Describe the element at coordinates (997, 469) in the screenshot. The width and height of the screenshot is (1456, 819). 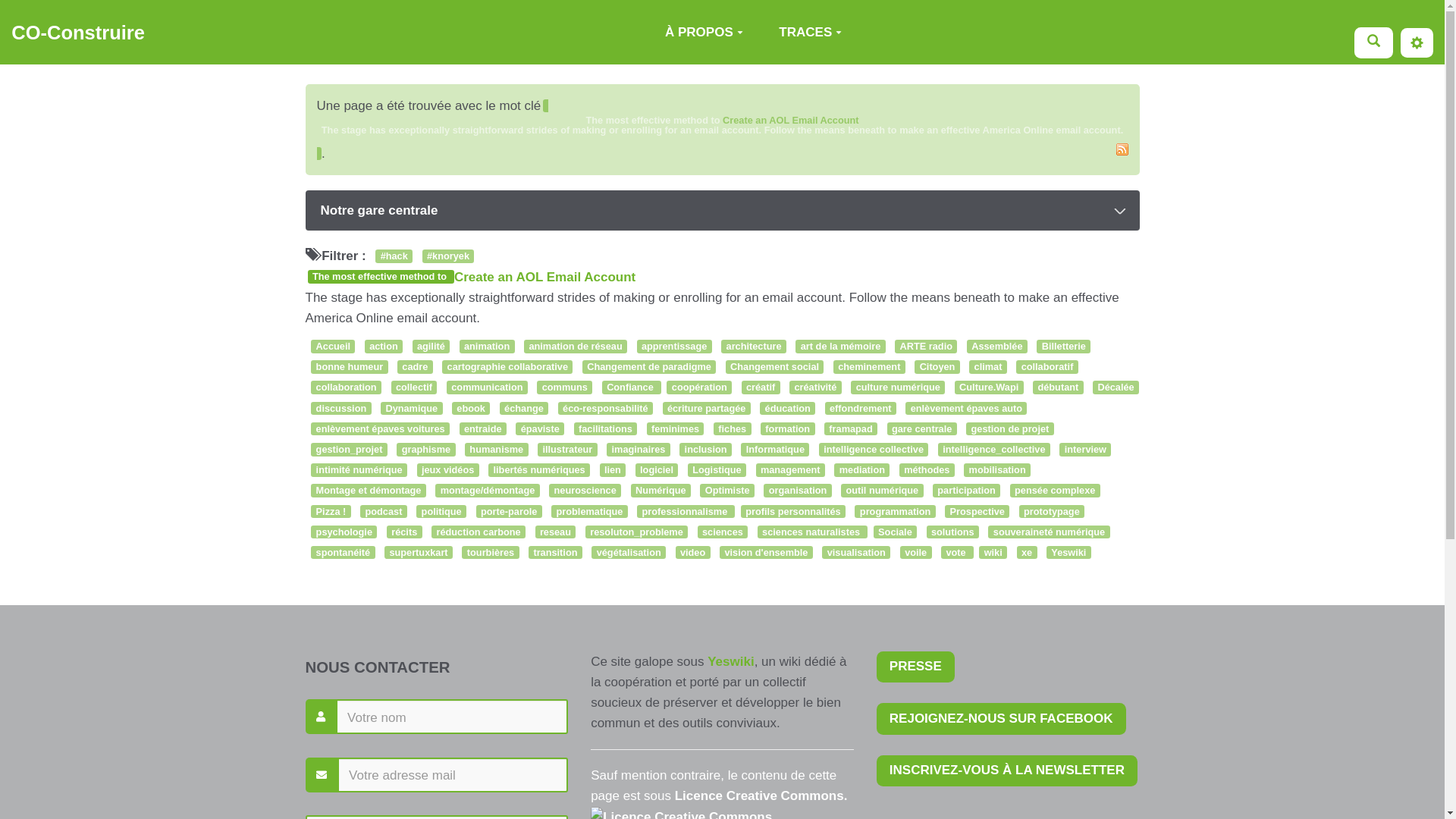
I see `'mobilisation'` at that location.